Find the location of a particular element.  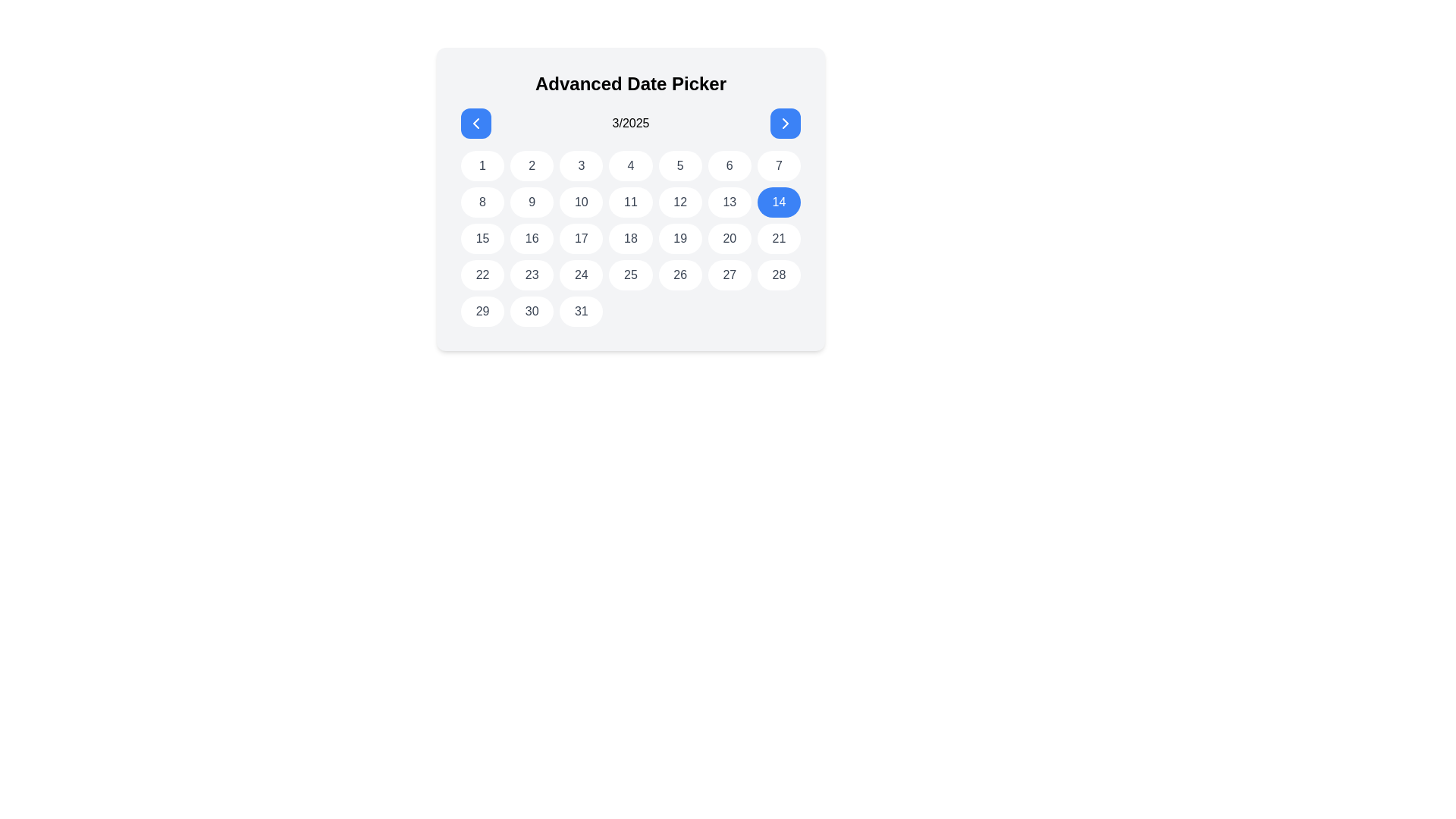

the interactive button representing the 14th day in the calendar is located at coordinates (779, 201).